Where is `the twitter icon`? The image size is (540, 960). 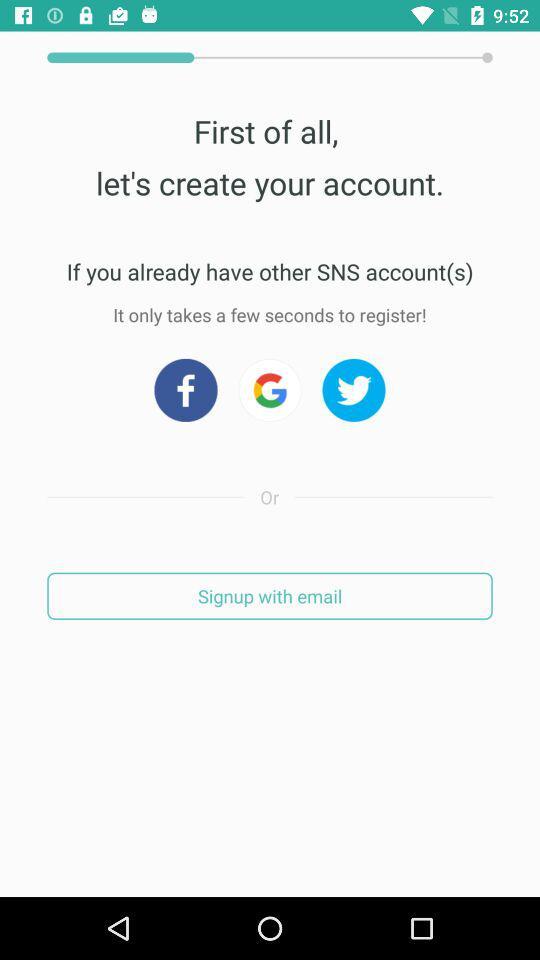 the twitter icon is located at coordinates (353, 389).